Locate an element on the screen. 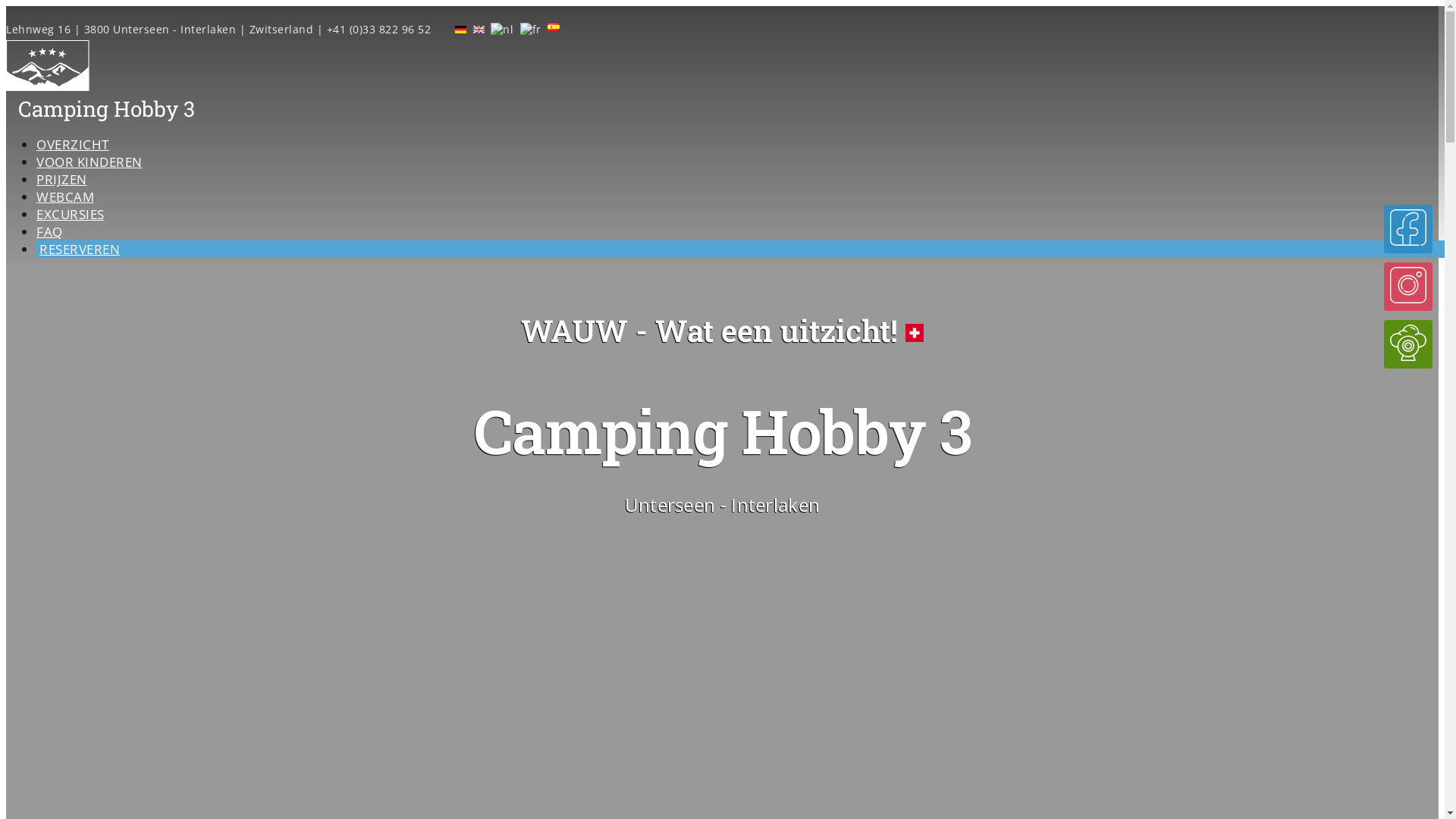 The width and height of the screenshot is (1456, 819). 'Geef ons een Like op Facebook.' is located at coordinates (432, 29).